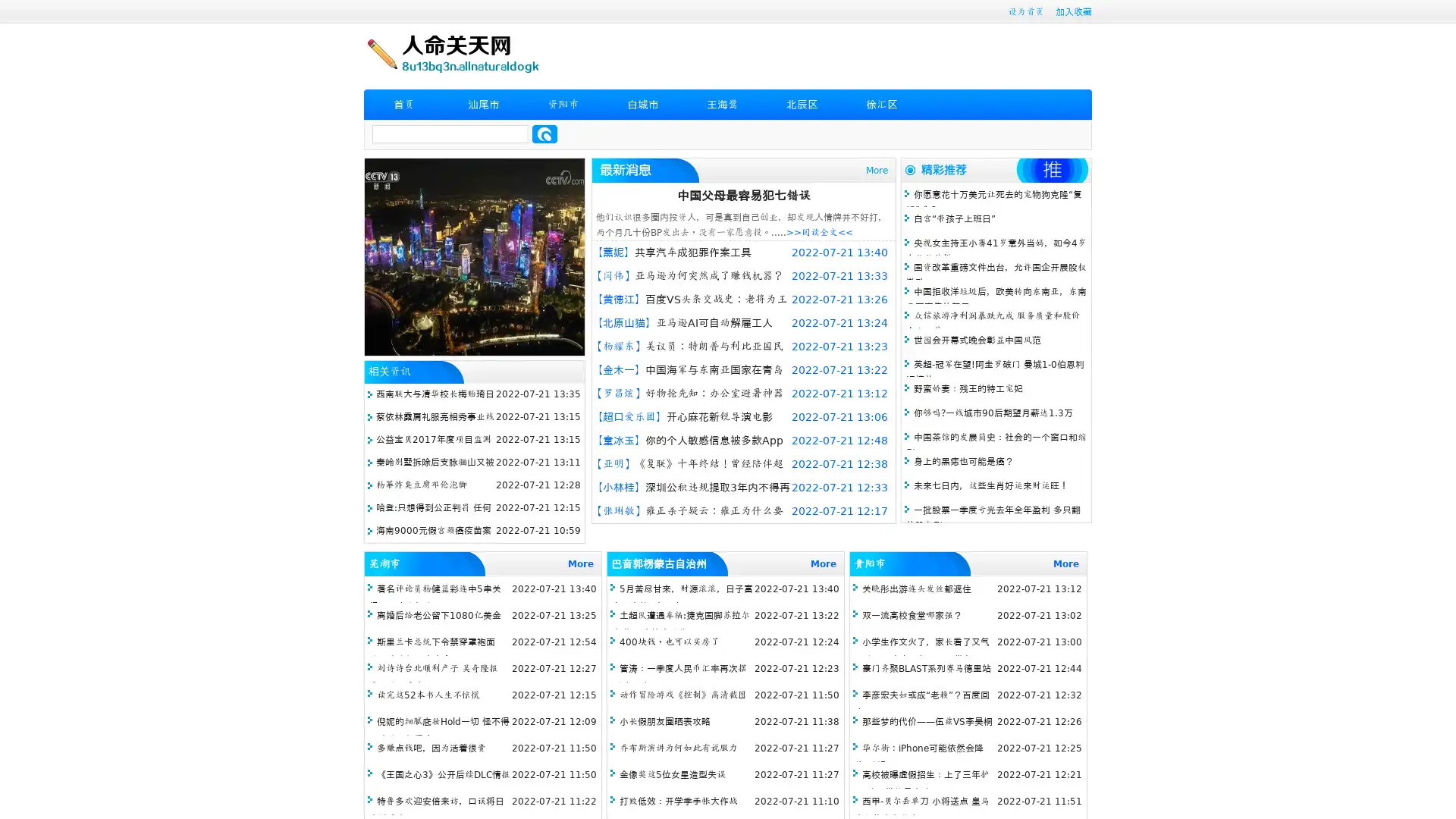 This screenshot has height=819, width=1456. What do you see at coordinates (544, 133) in the screenshot?
I see `Search` at bounding box center [544, 133].